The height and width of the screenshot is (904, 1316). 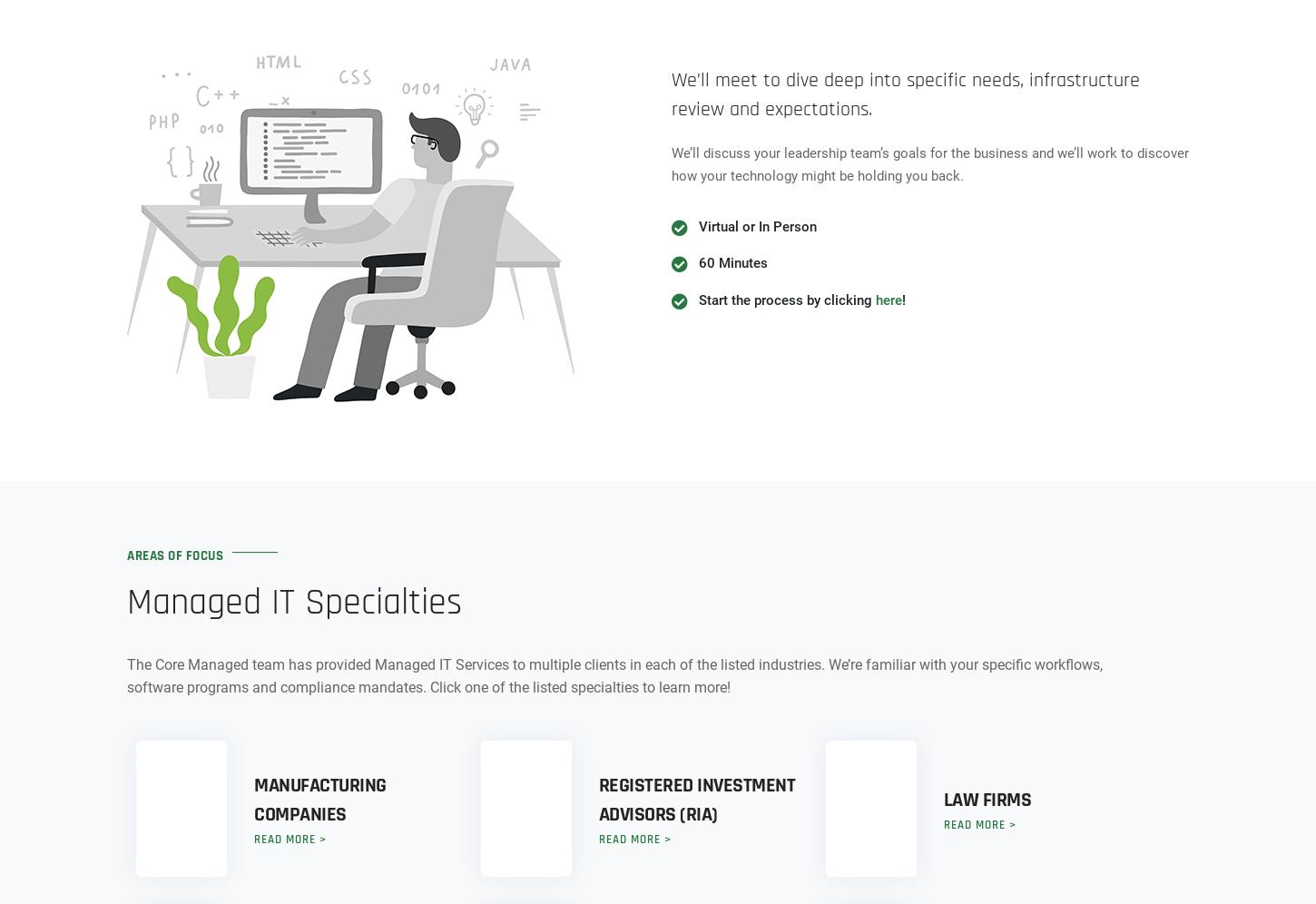 I want to click on 'We’ll meet to dive deep into specific needs, infrastructure review and expectations.', so click(x=906, y=93).